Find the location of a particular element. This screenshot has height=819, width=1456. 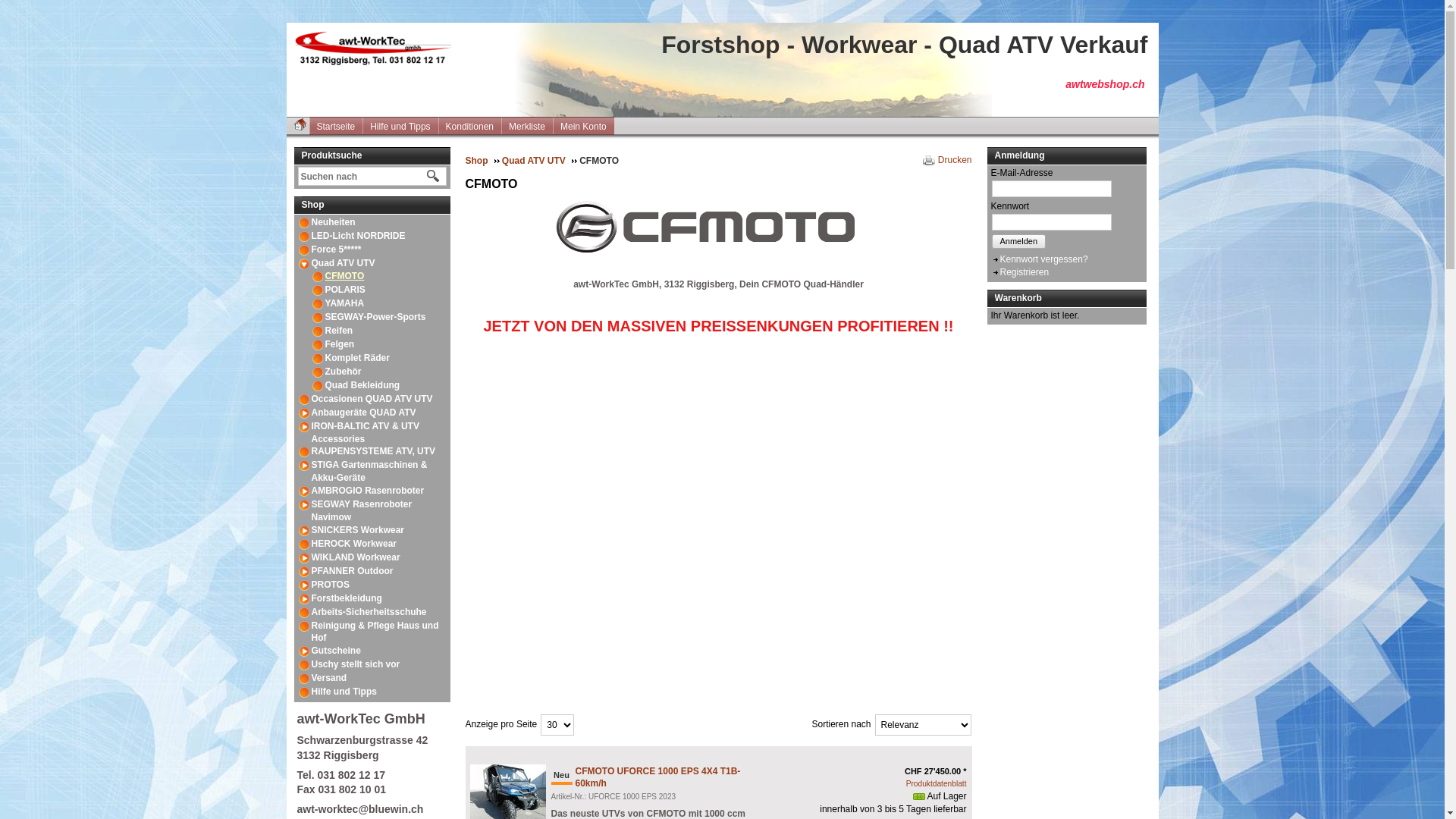

'Shop' is located at coordinates (482, 161).